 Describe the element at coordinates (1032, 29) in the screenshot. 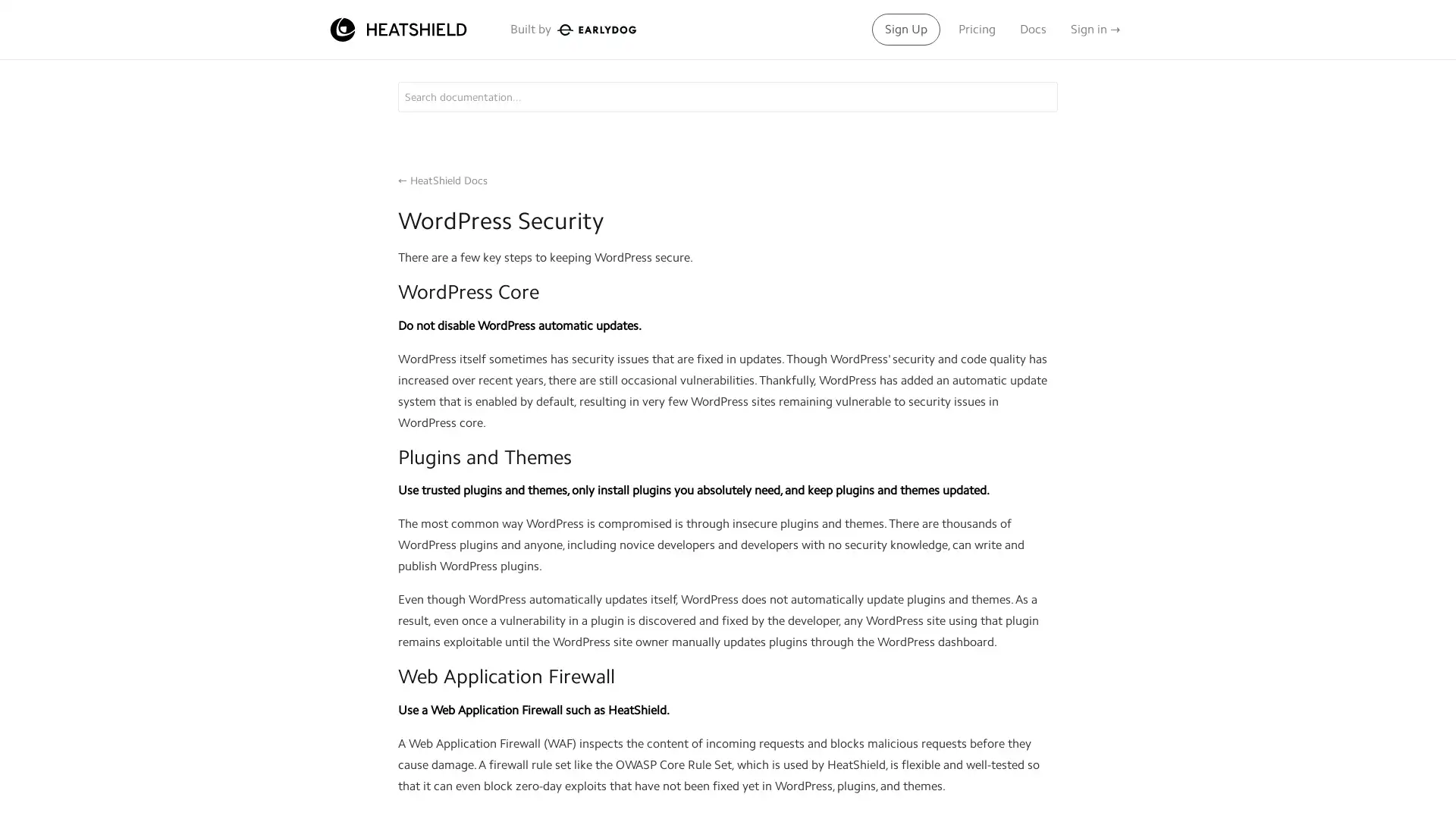

I see `Docs` at that location.